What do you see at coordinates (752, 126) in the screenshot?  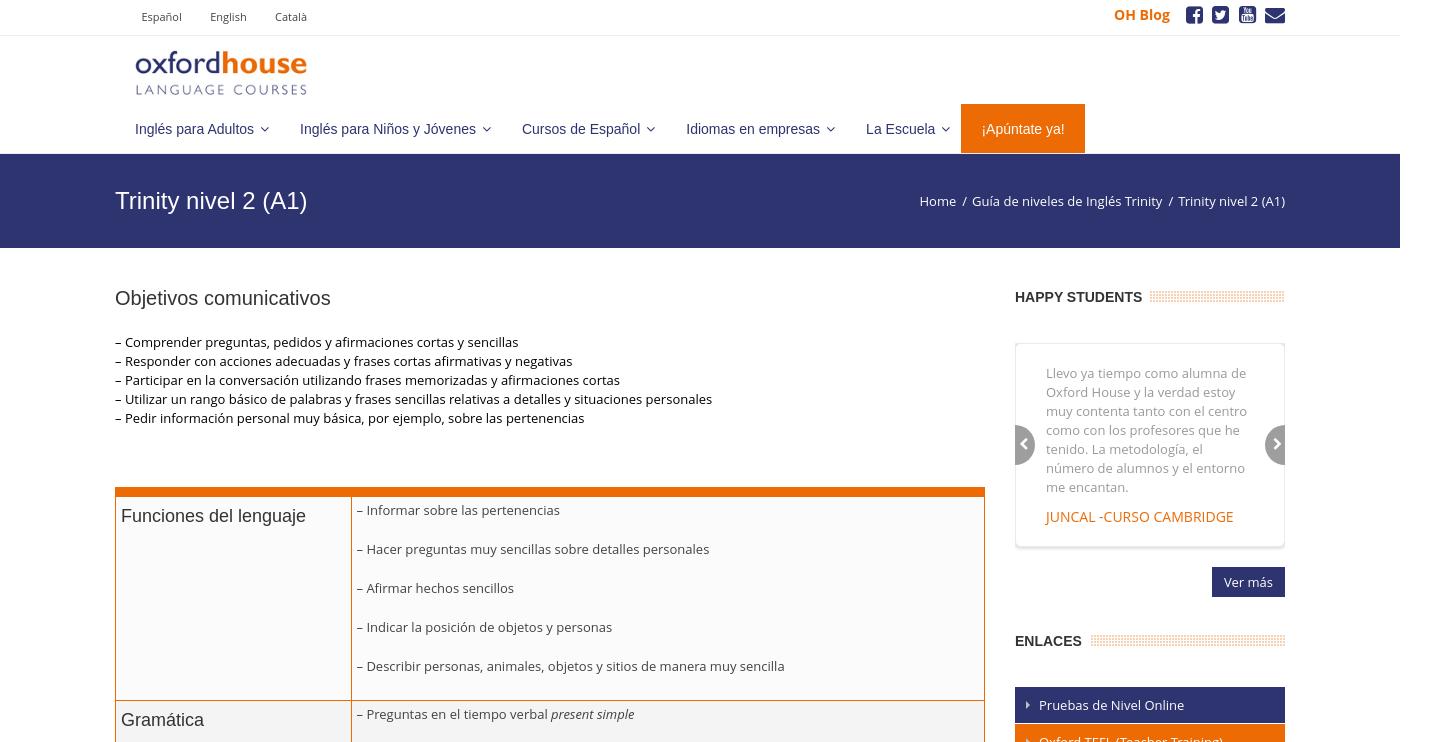 I see `'Idiomas en empresas'` at bounding box center [752, 126].